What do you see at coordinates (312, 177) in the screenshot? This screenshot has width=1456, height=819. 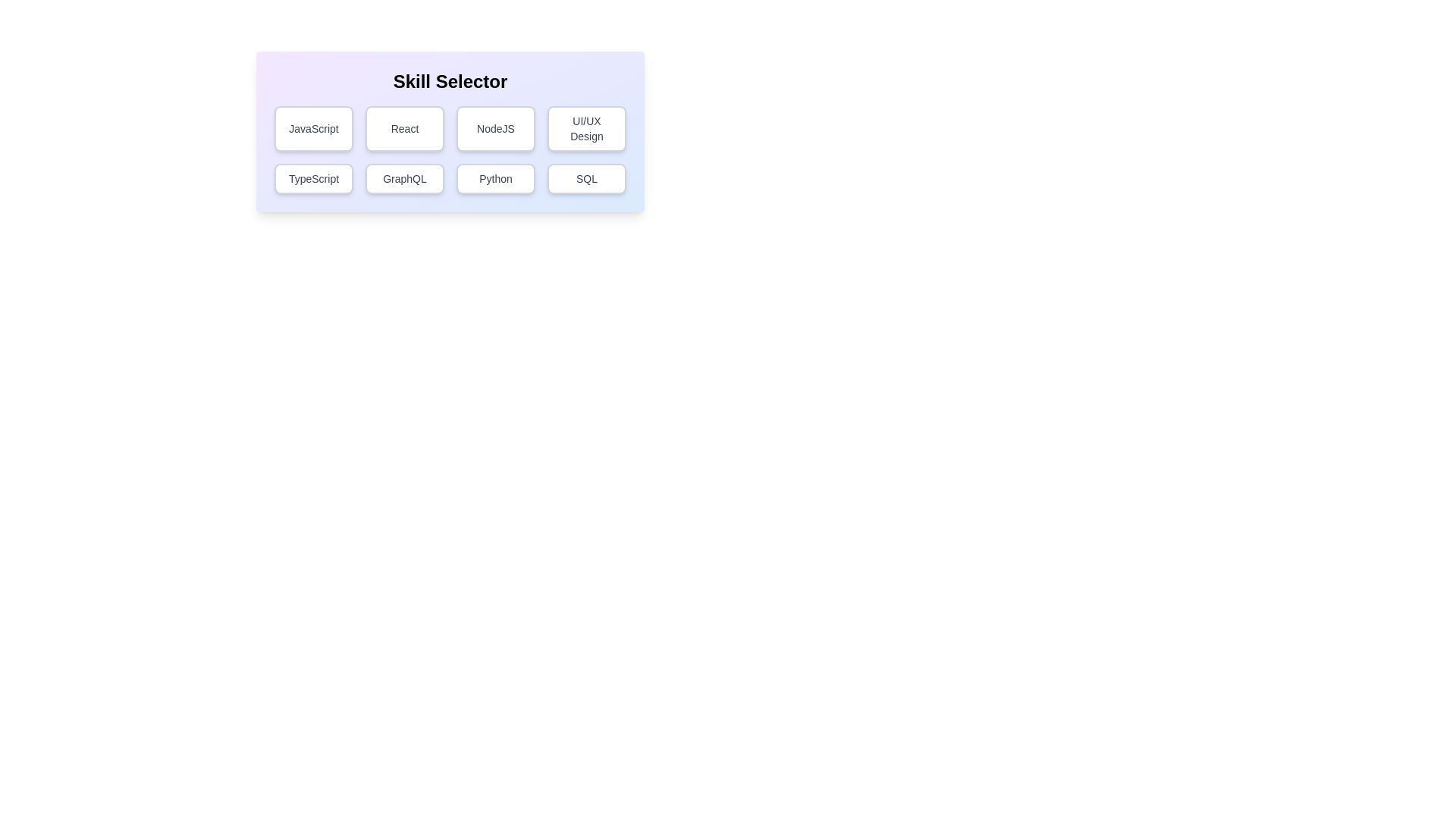 I see `the button corresponding to the skill TypeScript to toggle its selection` at bounding box center [312, 177].